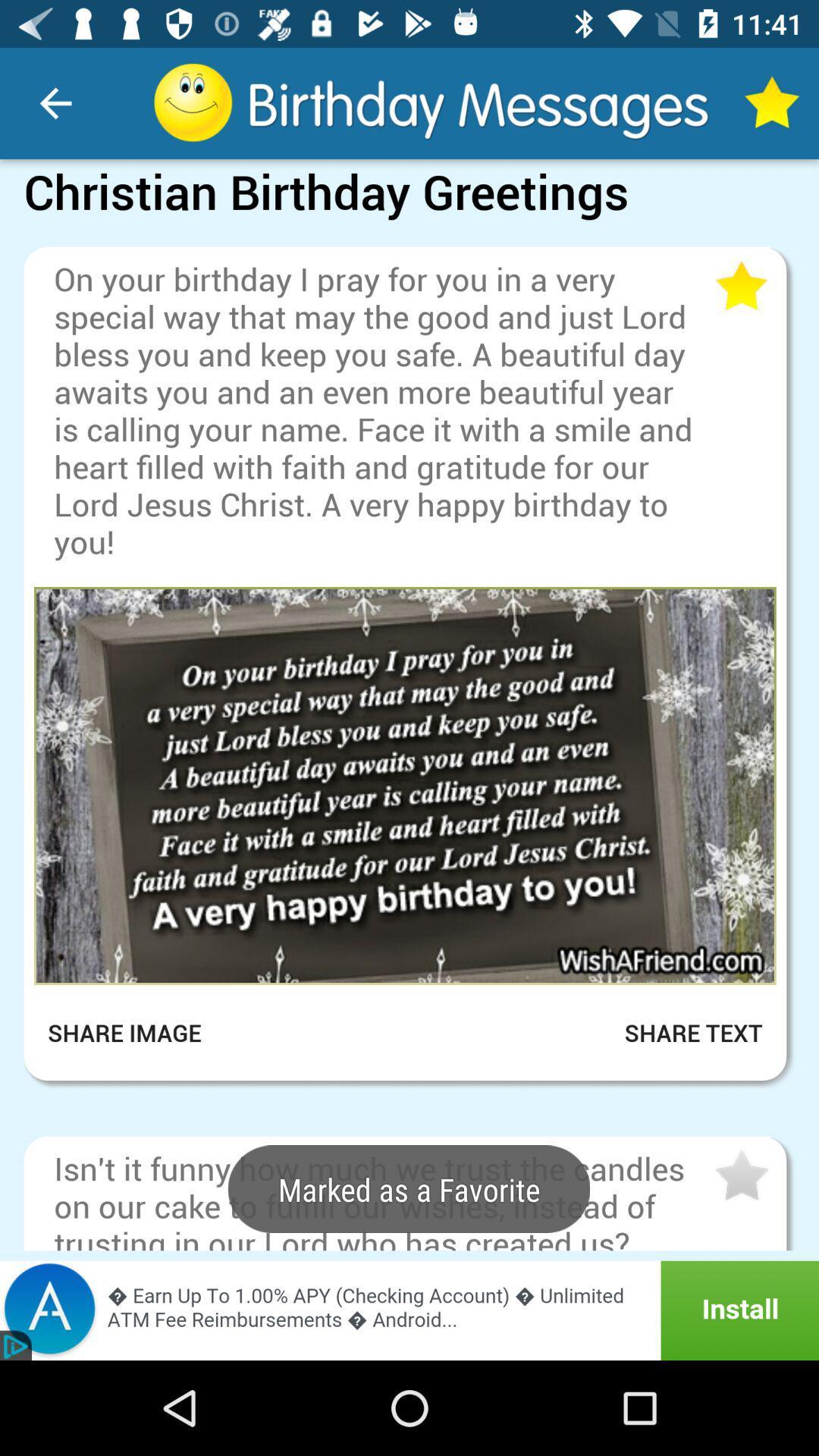 Image resolution: width=819 pixels, height=1456 pixels. I want to click on share text item, so click(674, 1032).